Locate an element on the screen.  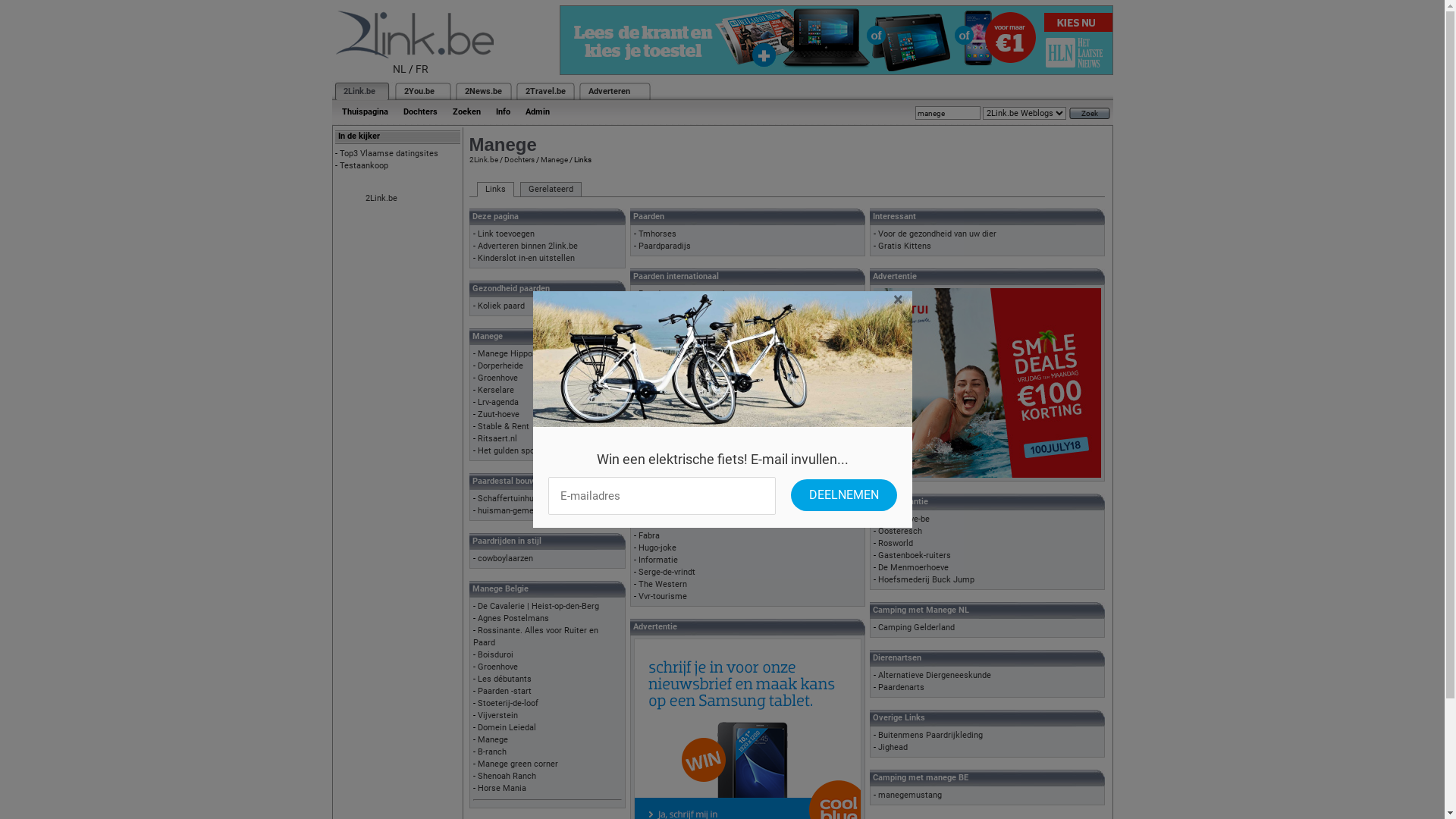
'Korona' is located at coordinates (638, 306).